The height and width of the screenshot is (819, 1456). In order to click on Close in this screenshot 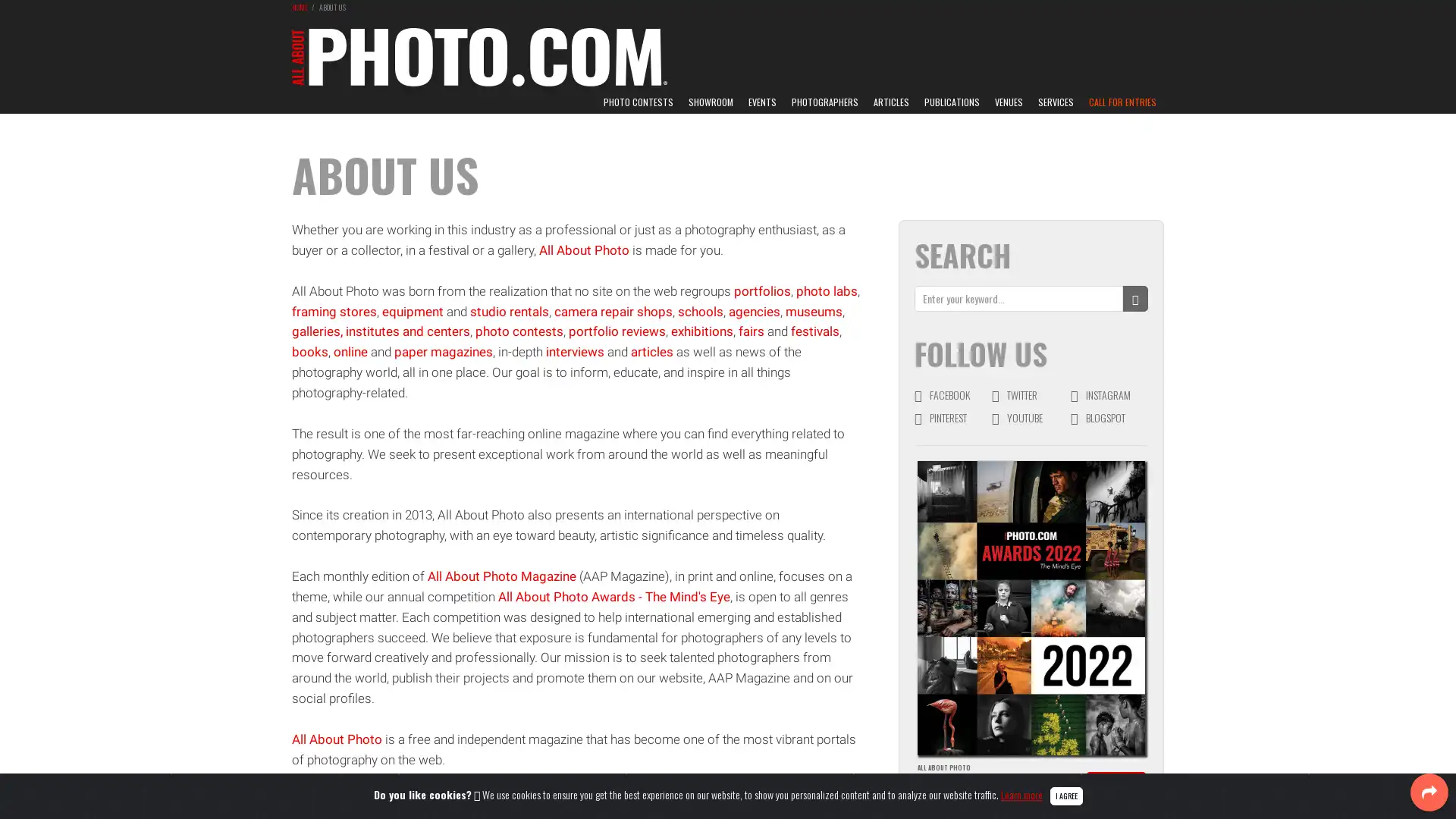, I will do `click(1065, 795)`.